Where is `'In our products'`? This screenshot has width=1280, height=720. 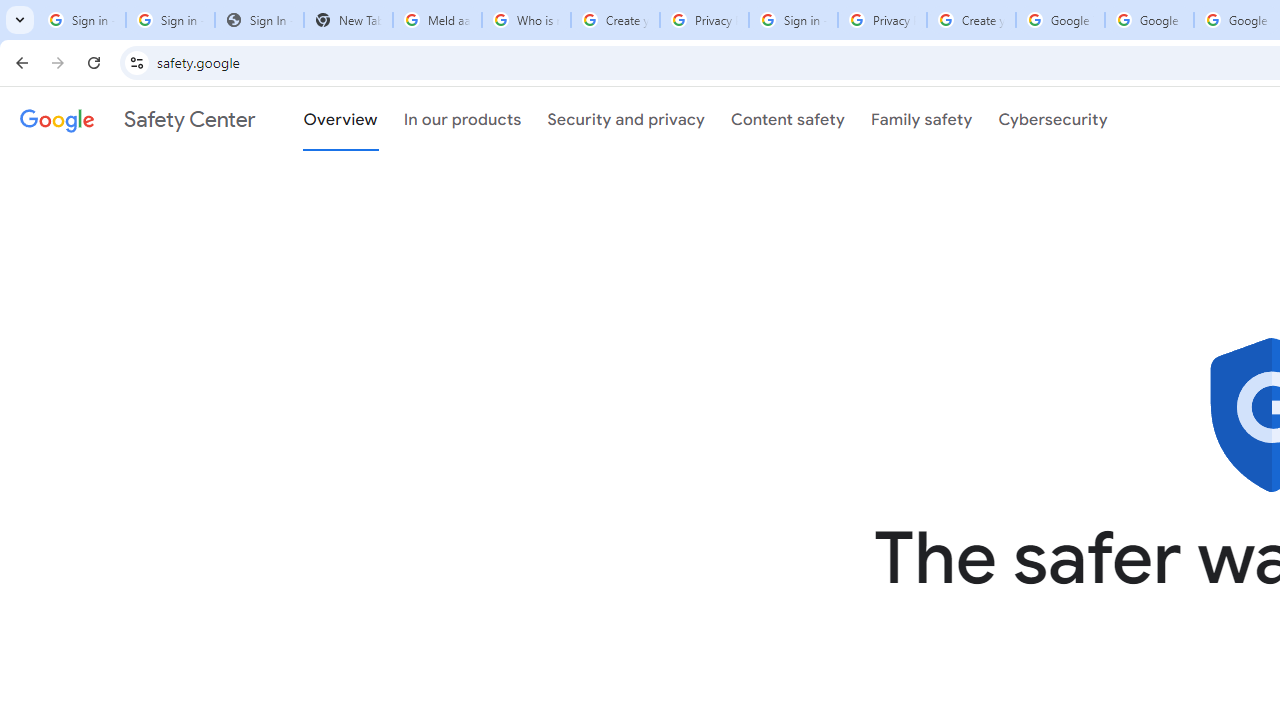
'In our products' is located at coordinates (461, 119).